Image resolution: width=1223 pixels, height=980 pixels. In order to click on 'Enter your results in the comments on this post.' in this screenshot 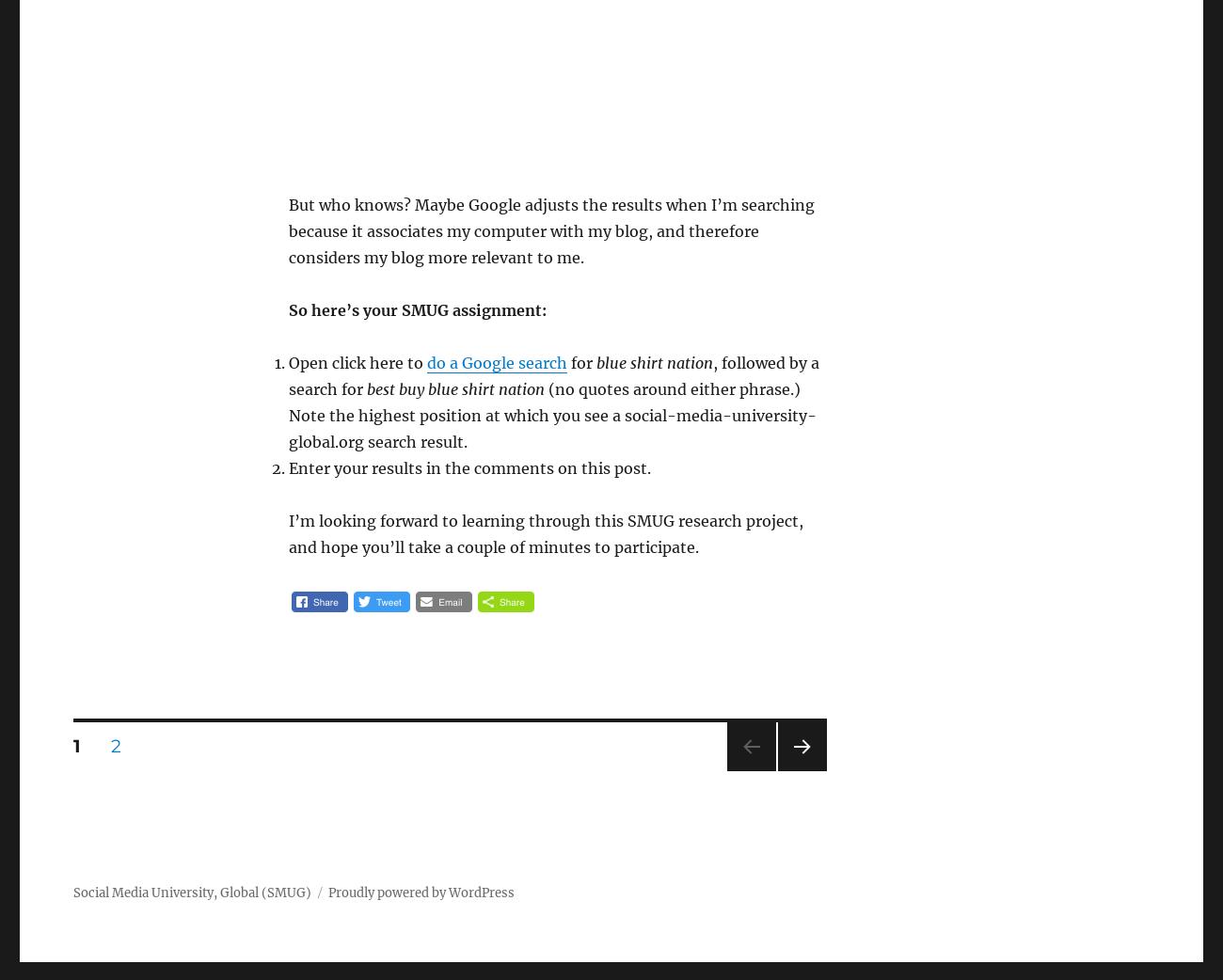, I will do `click(469, 467)`.